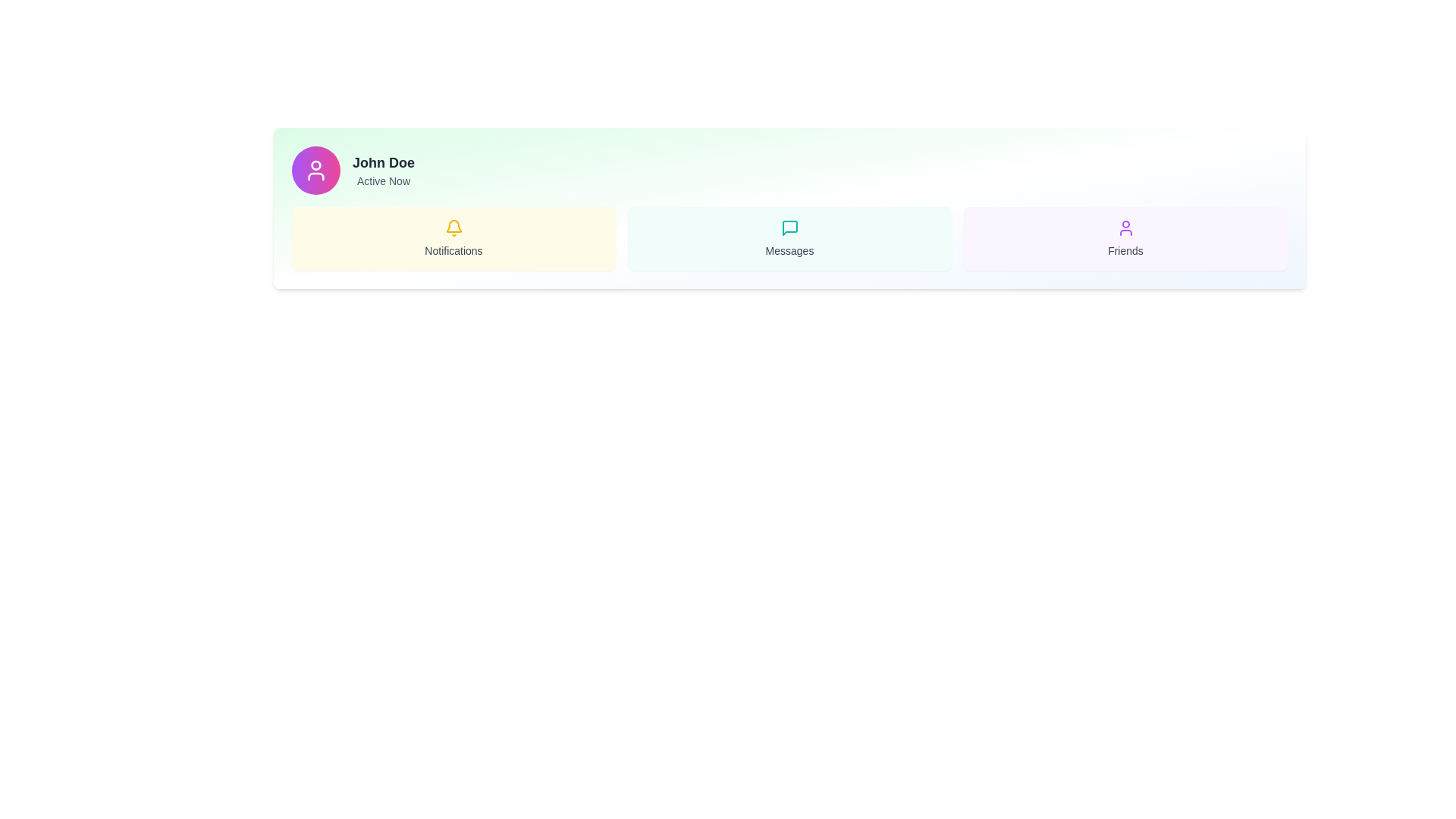  I want to click on the user's profile icon located in the top-left circular area of the user profile card, next, so click(315, 170).